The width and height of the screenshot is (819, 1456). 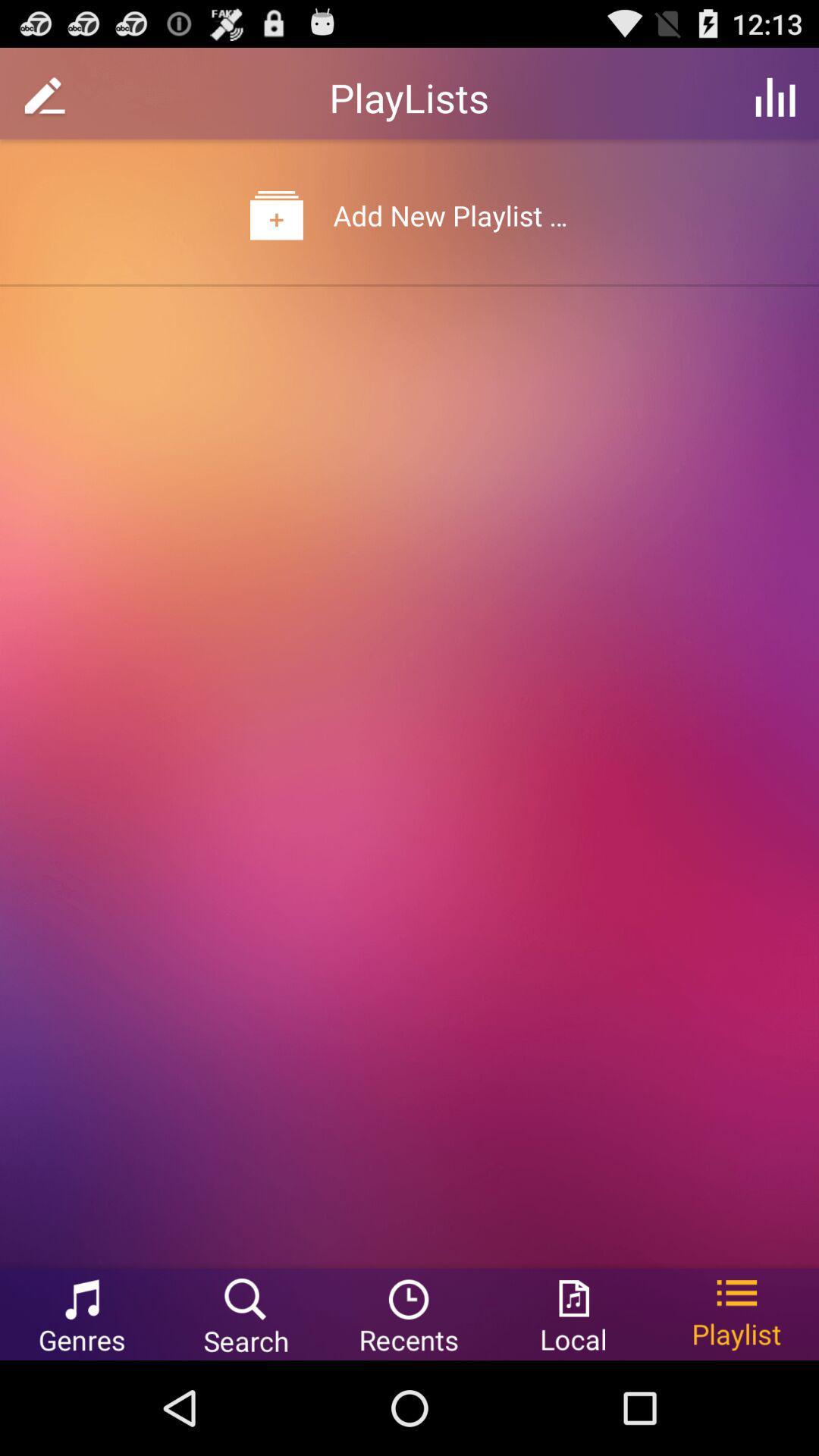 I want to click on the pause icon, so click(x=775, y=103).